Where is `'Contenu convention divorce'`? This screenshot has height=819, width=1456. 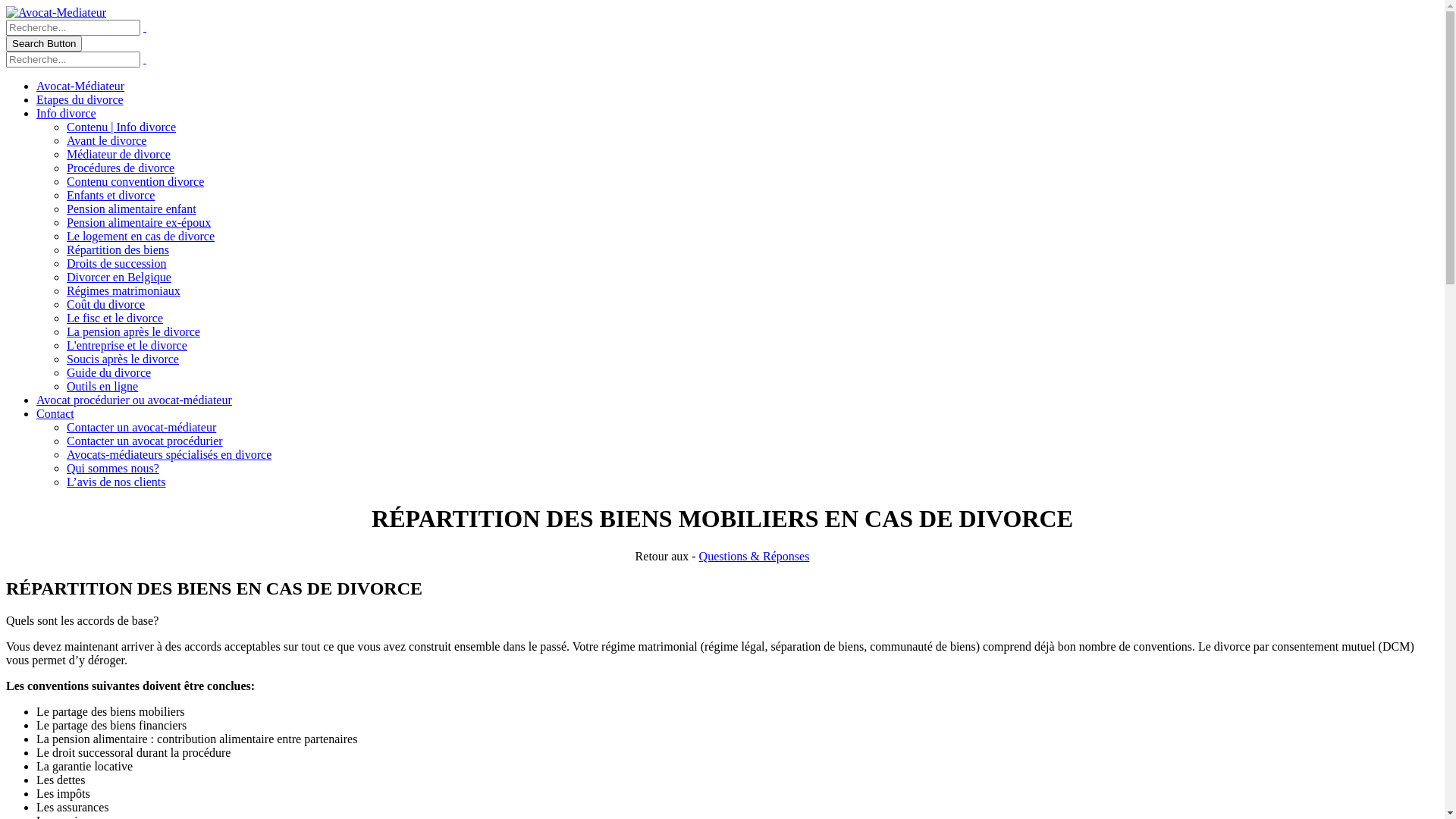
'Contenu convention divorce' is located at coordinates (135, 180).